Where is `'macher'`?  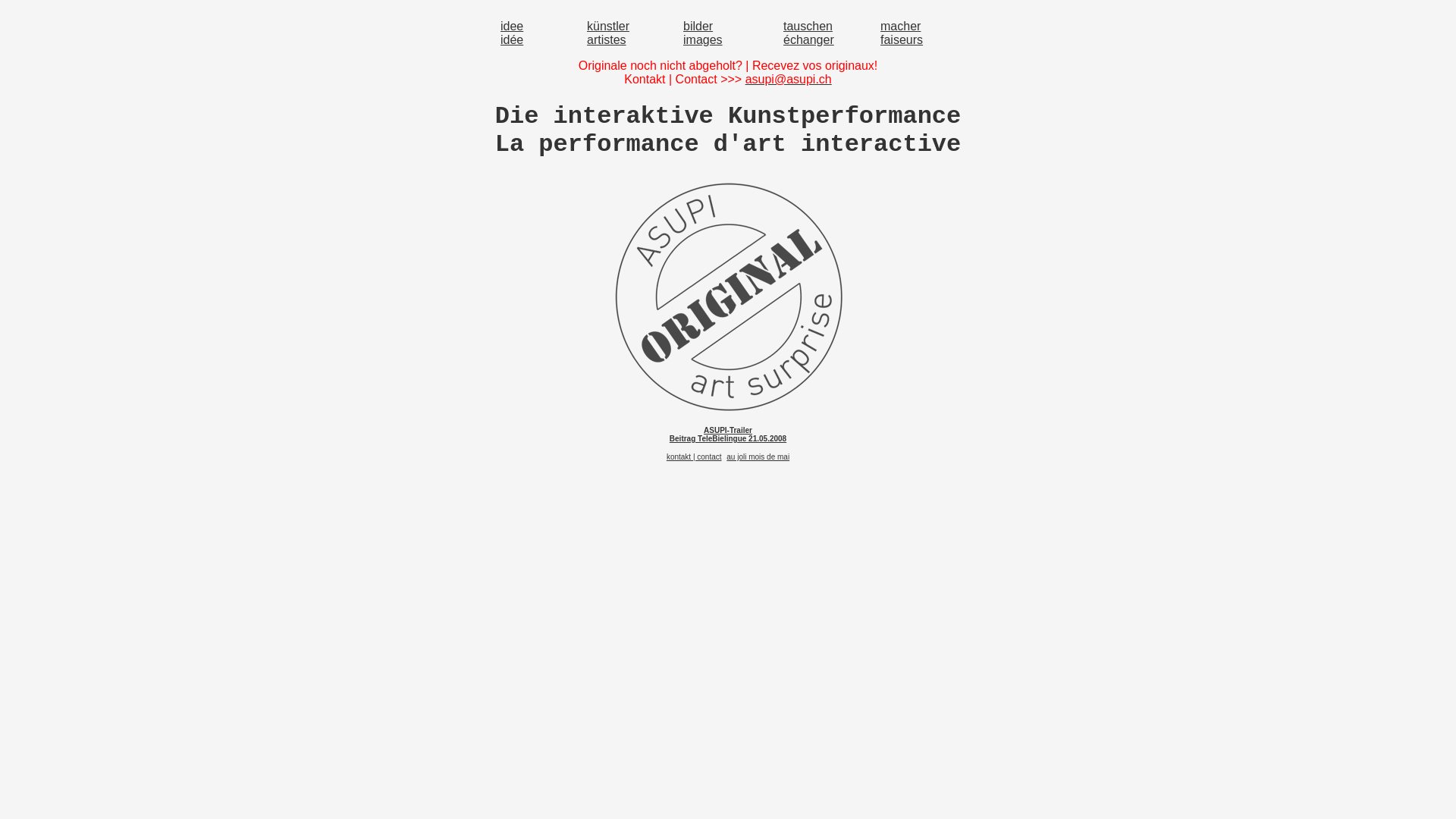 'macher' is located at coordinates (900, 26).